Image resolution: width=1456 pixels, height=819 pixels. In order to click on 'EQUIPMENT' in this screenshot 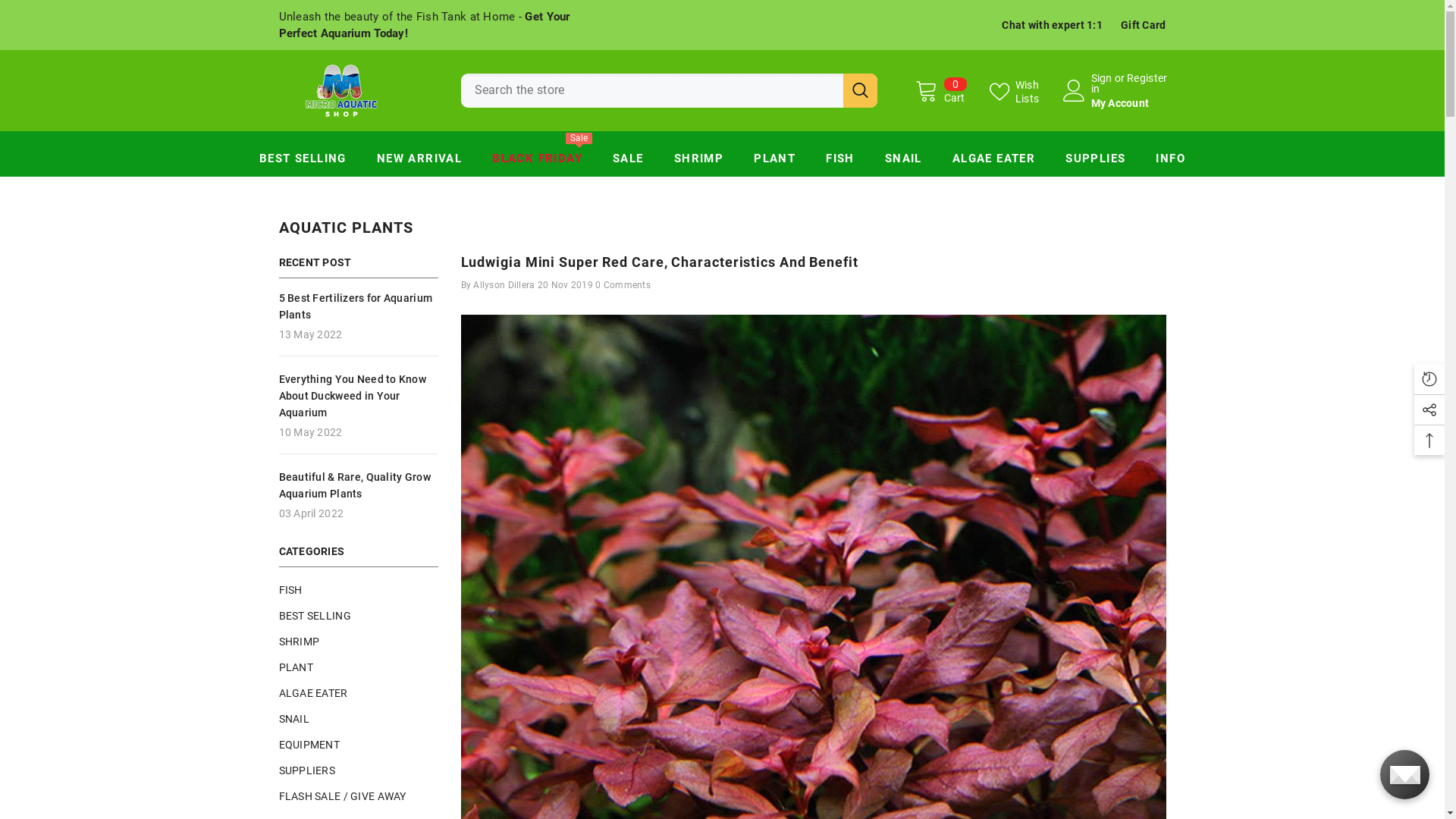, I will do `click(279, 742)`.